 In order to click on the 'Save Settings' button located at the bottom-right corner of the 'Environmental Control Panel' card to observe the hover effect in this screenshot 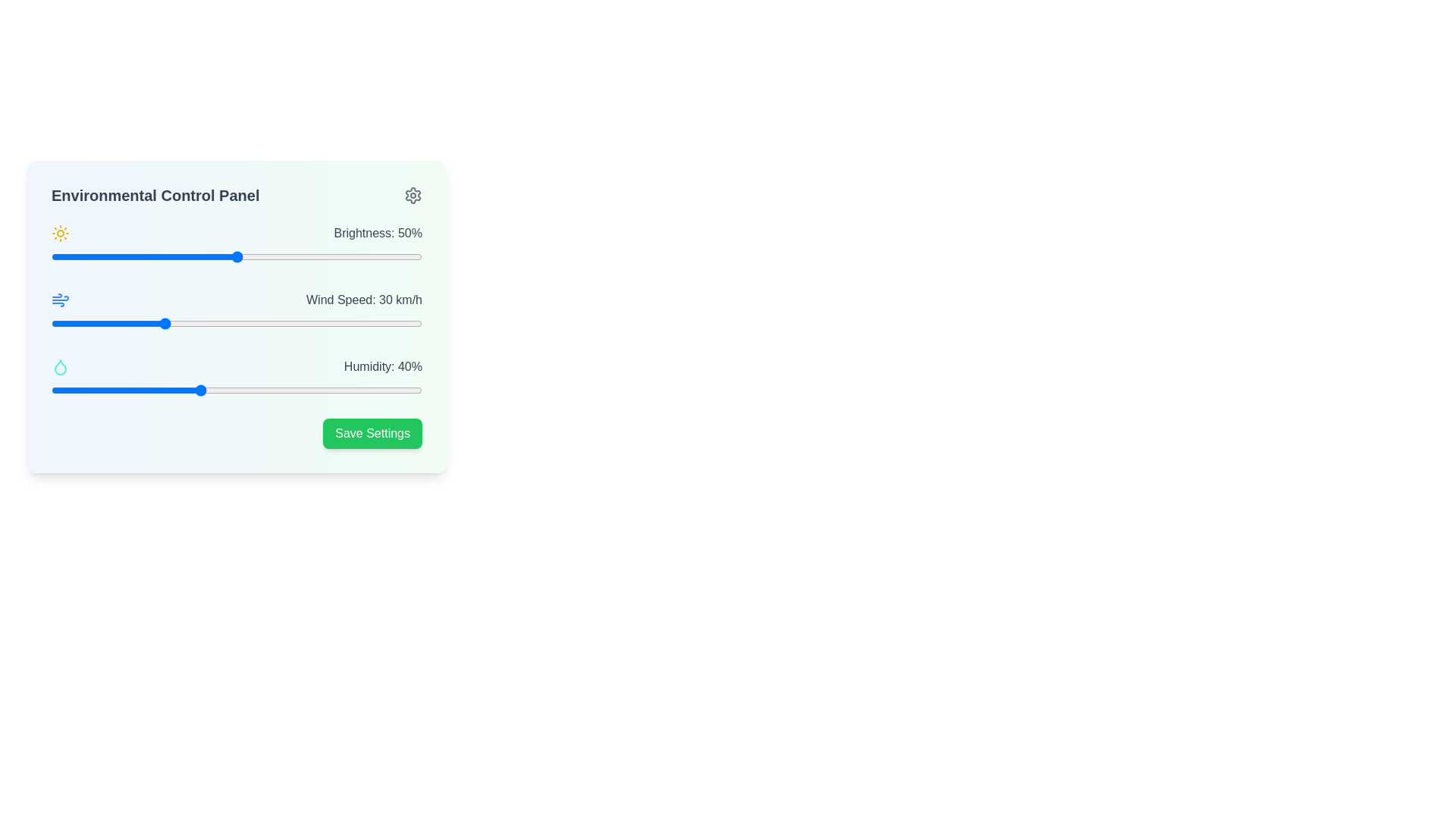, I will do `click(372, 433)`.